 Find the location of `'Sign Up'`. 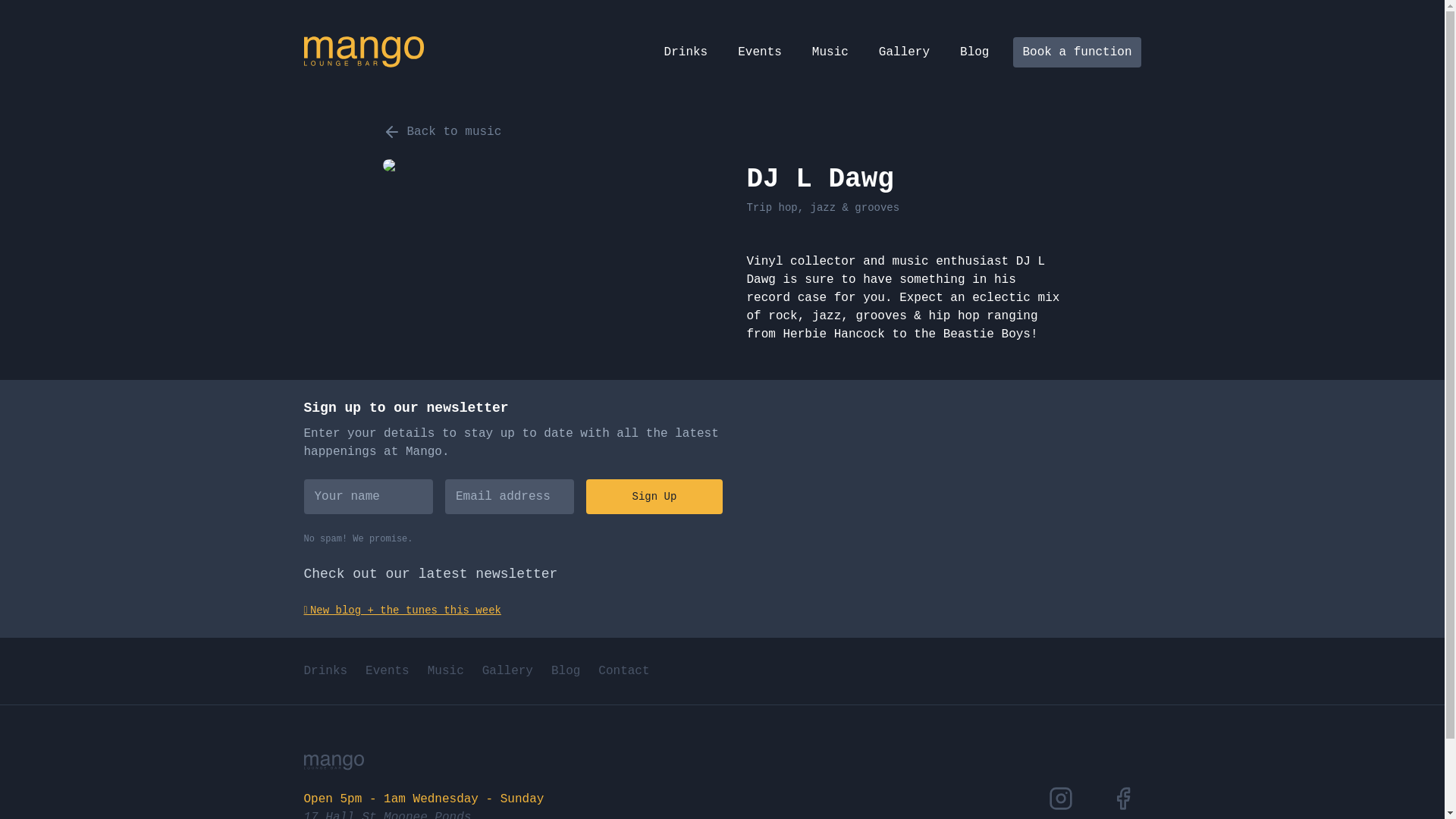

'Sign Up' is located at coordinates (585, 497).